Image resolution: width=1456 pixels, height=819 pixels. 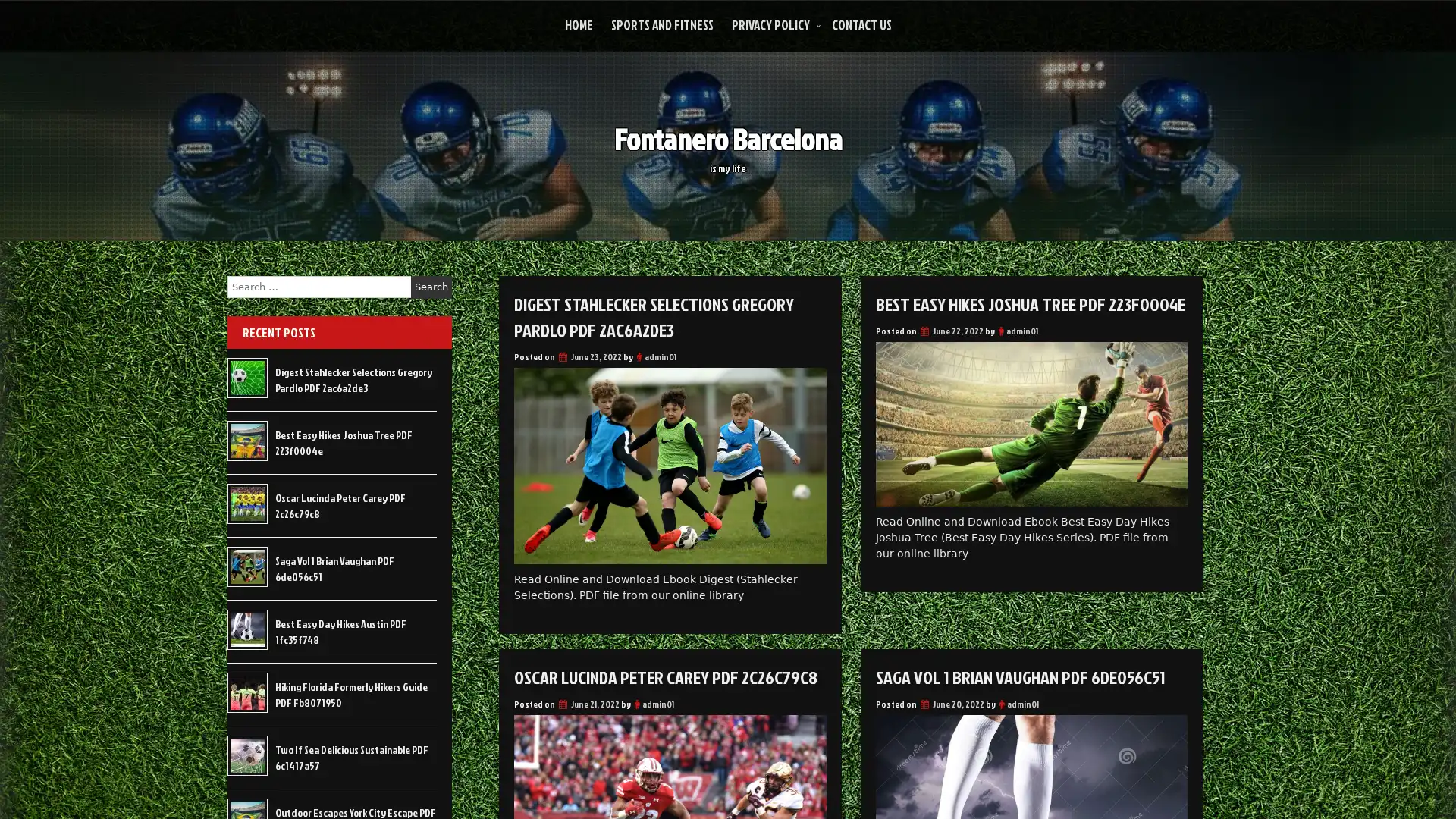 I want to click on Search, so click(x=431, y=287).